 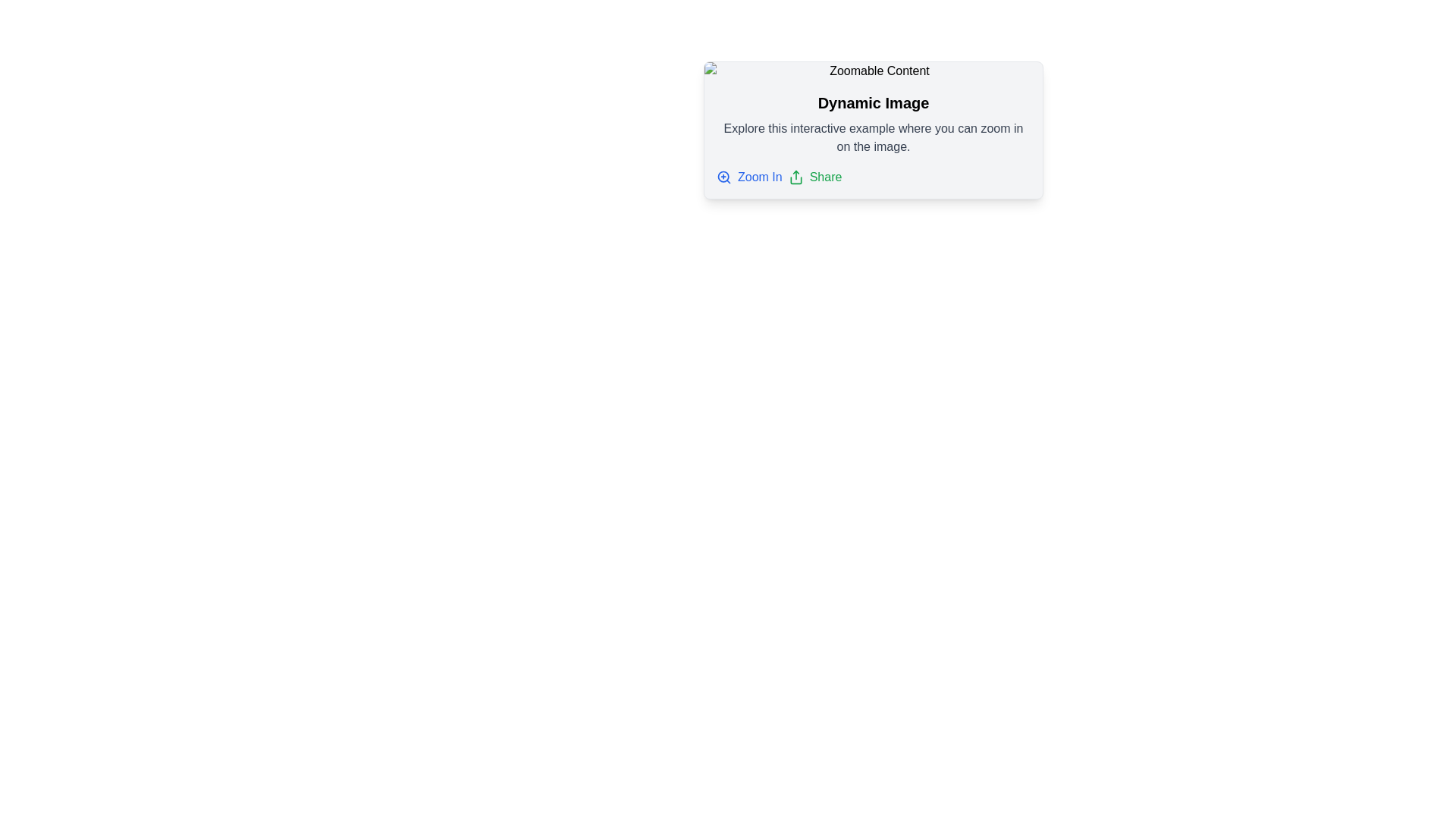 I want to click on the share icon located to the left of the 'Share' text label in the button group at the bottom of the 'Zoomable Content' card, so click(x=795, y=177).